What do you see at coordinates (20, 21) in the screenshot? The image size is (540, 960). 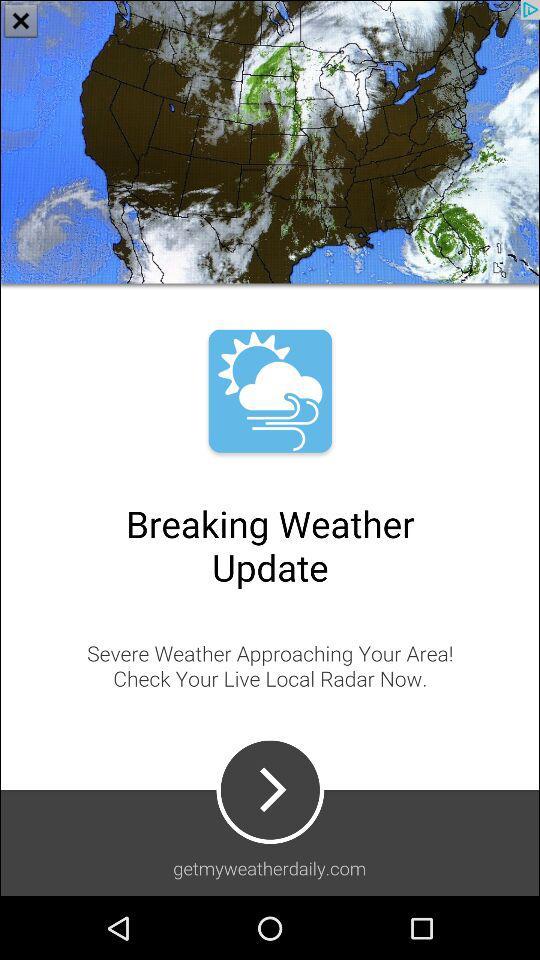 I see `the close icon` at bounding box center [20, 21].